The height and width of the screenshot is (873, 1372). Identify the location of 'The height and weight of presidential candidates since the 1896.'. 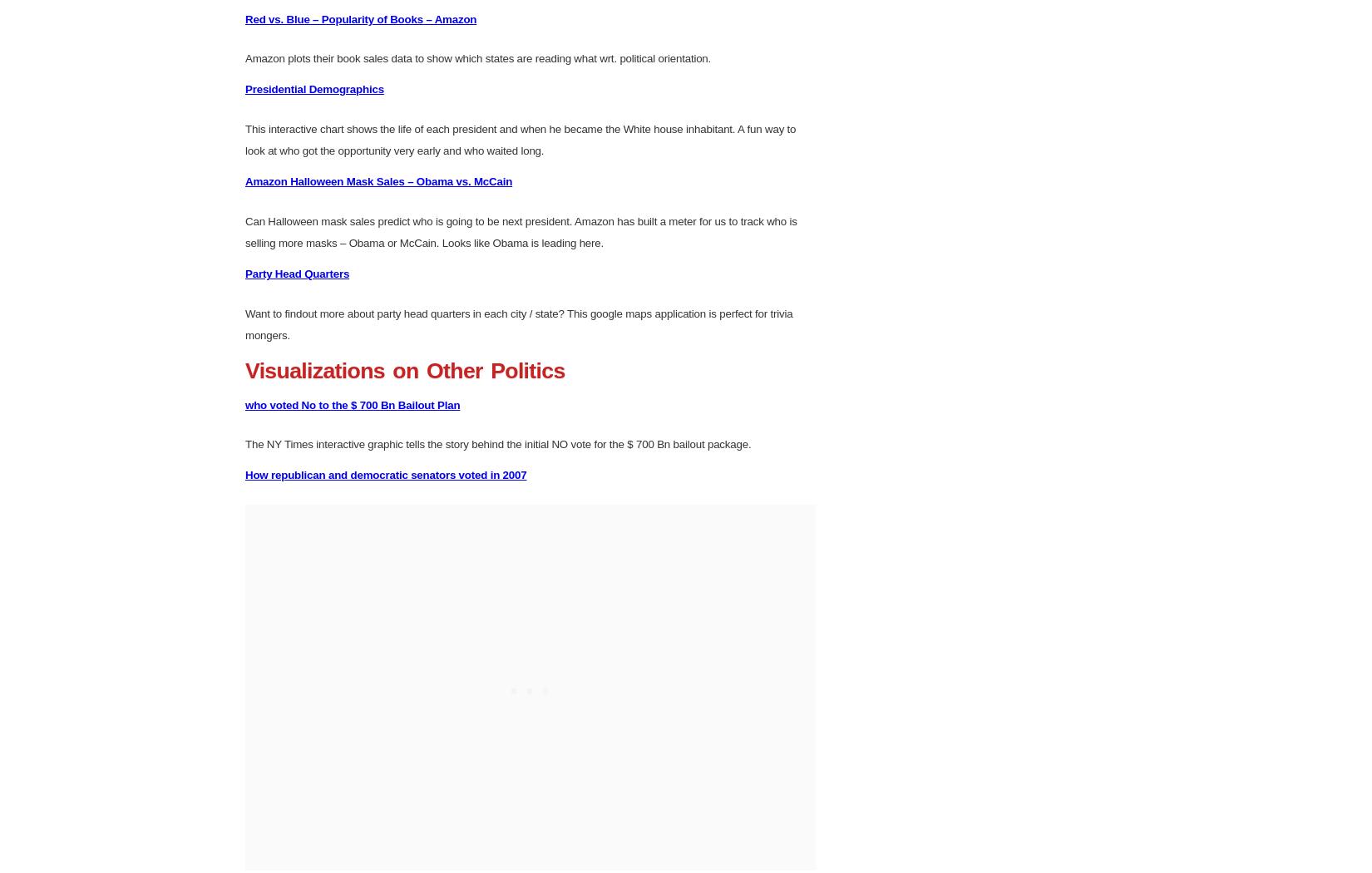
(397, 103).